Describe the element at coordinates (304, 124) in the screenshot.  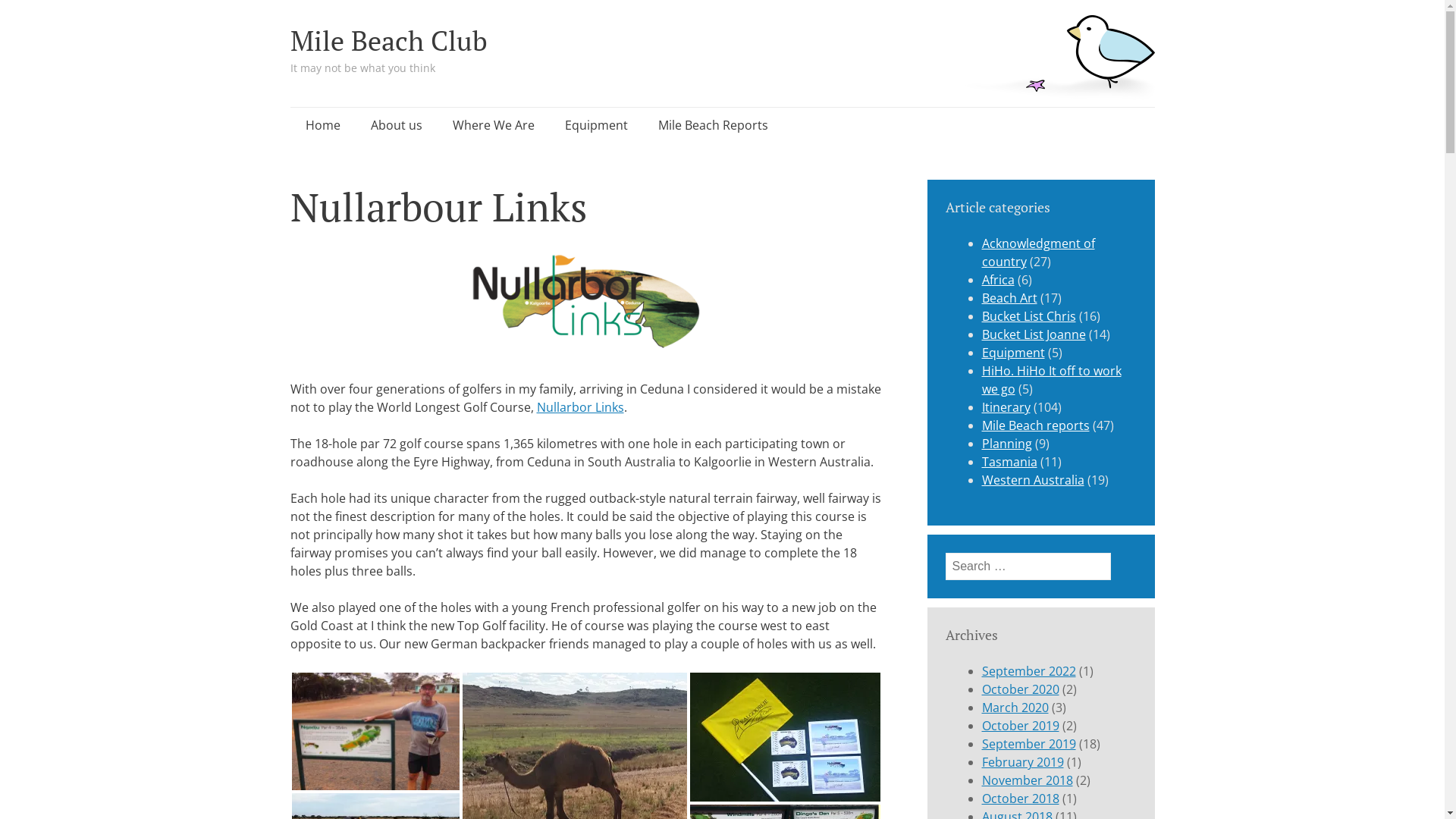
I see `'Skip to content'` at that location.